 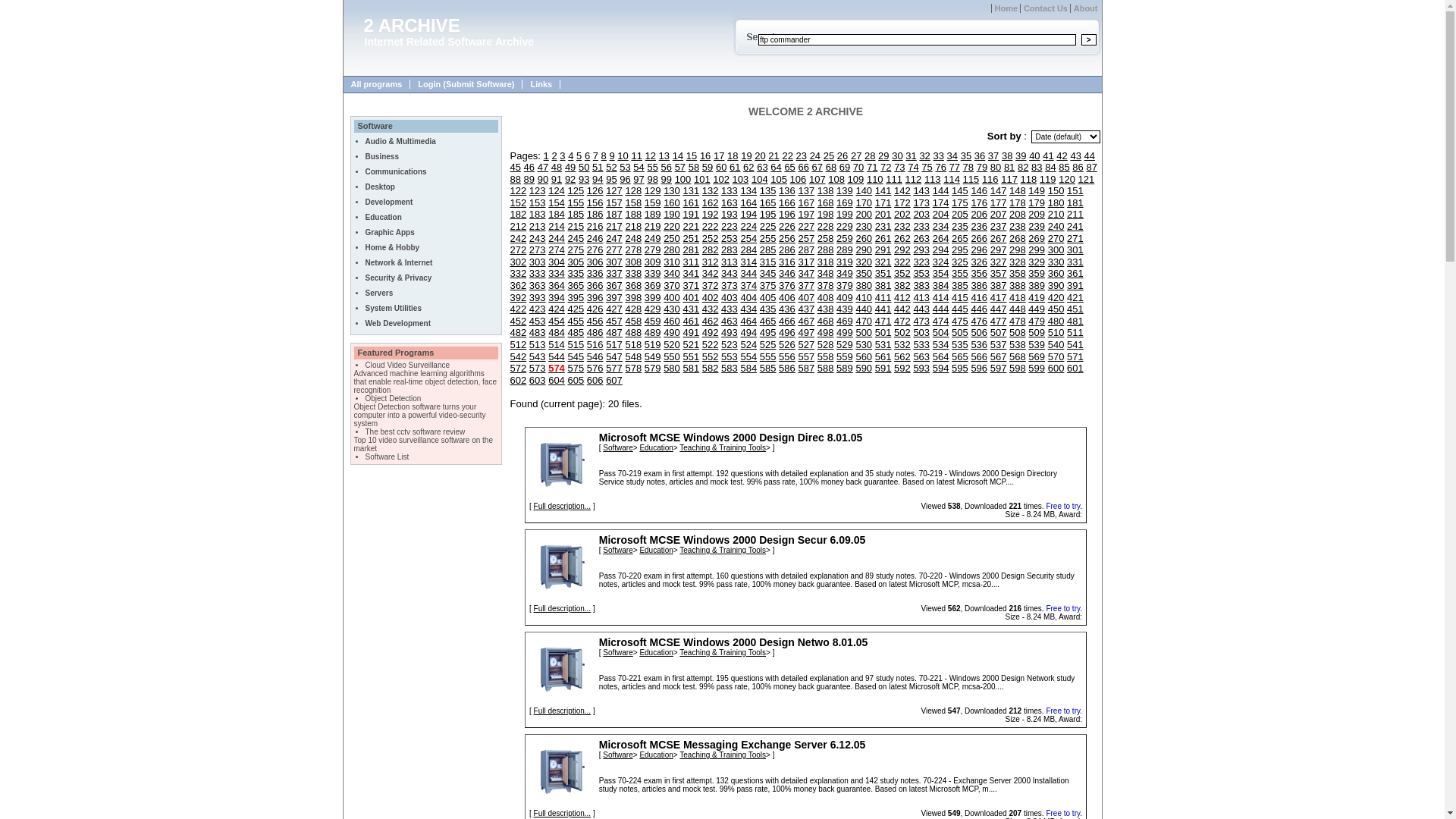 What do you see at coordinates (779, 249) in the screenshot?
I see `'286'` at bounding box center [779, 249].